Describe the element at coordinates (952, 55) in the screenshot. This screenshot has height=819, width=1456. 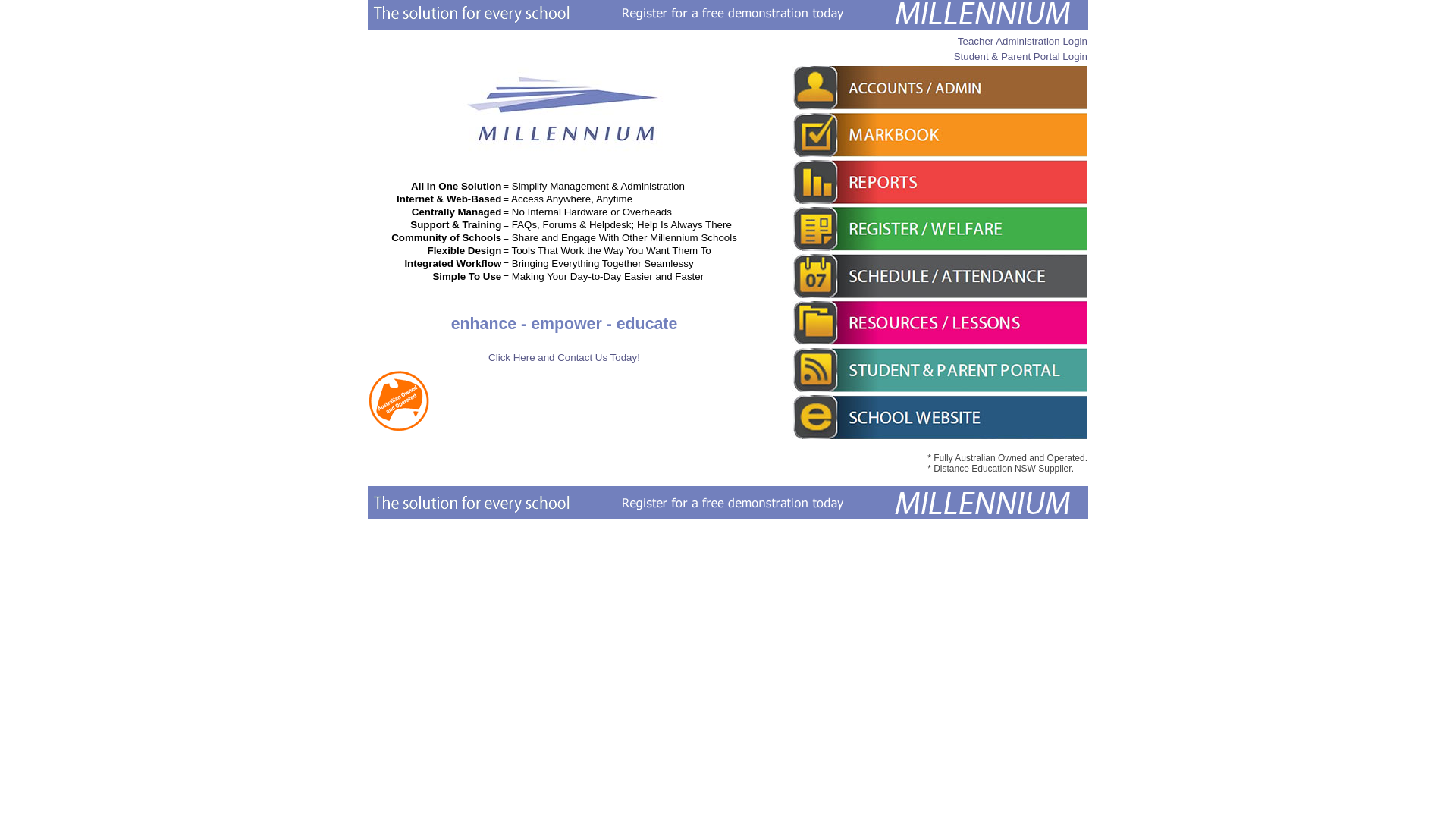
I see `'Student & Parent Portal Login'` at that location.